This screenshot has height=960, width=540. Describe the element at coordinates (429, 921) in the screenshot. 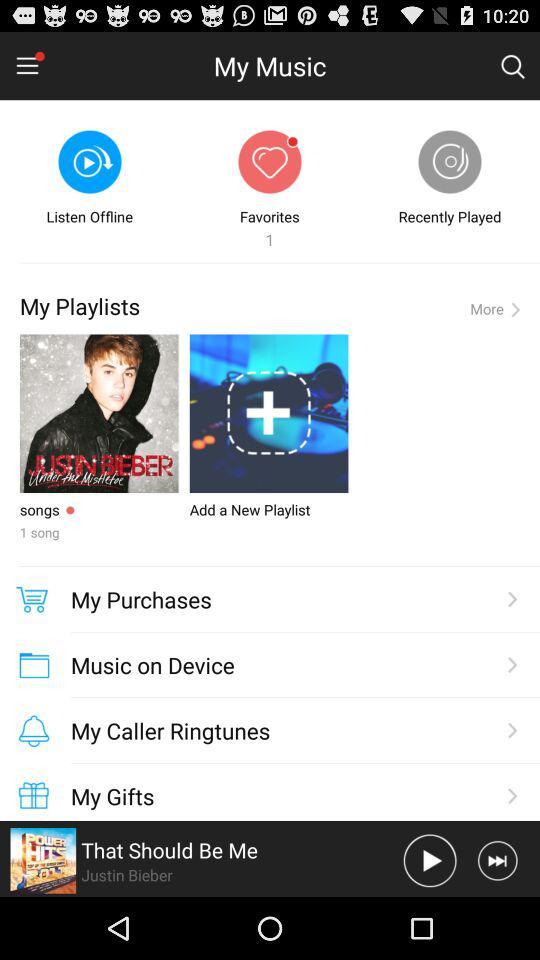

I see `the play icon` at that location.